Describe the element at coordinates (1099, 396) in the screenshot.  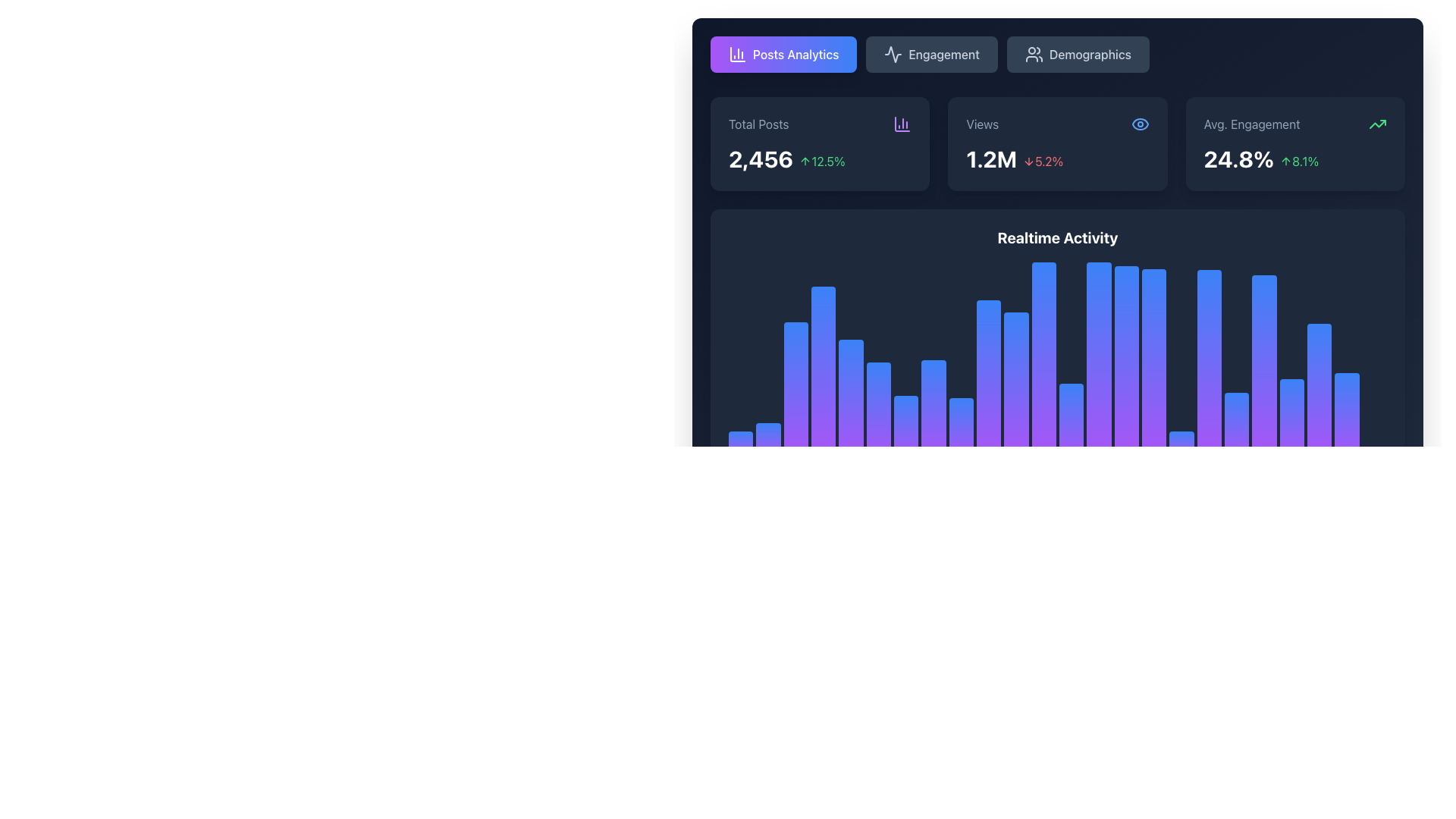
I see `the 14th vertical bar in the bar chart, which has a gradient from blue to purple` at that location.